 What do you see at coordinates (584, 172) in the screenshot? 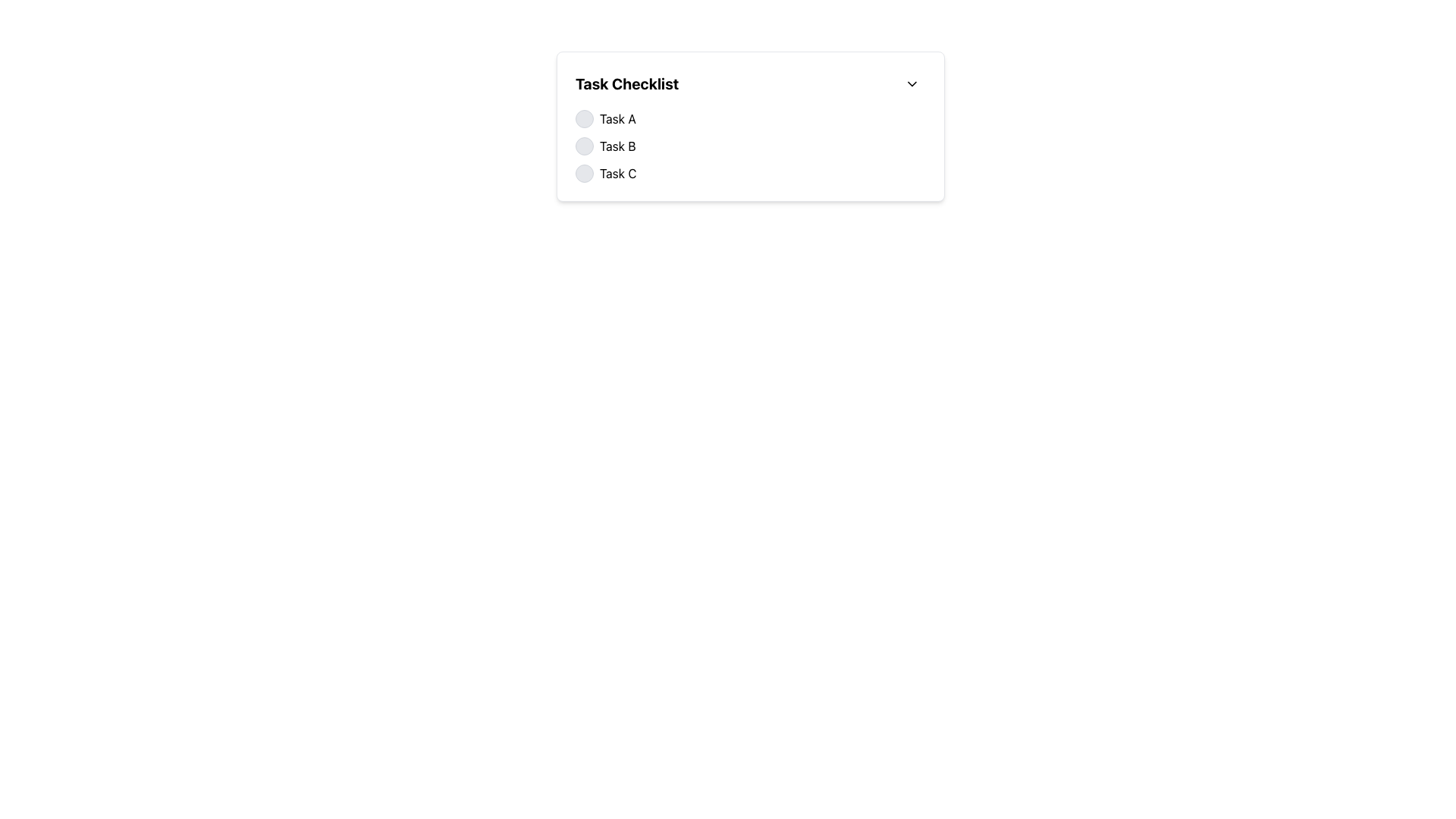
I see `the checkbox styled as a circular button that toggles the task status for 'Task C'` at bounding box center [584, 172].